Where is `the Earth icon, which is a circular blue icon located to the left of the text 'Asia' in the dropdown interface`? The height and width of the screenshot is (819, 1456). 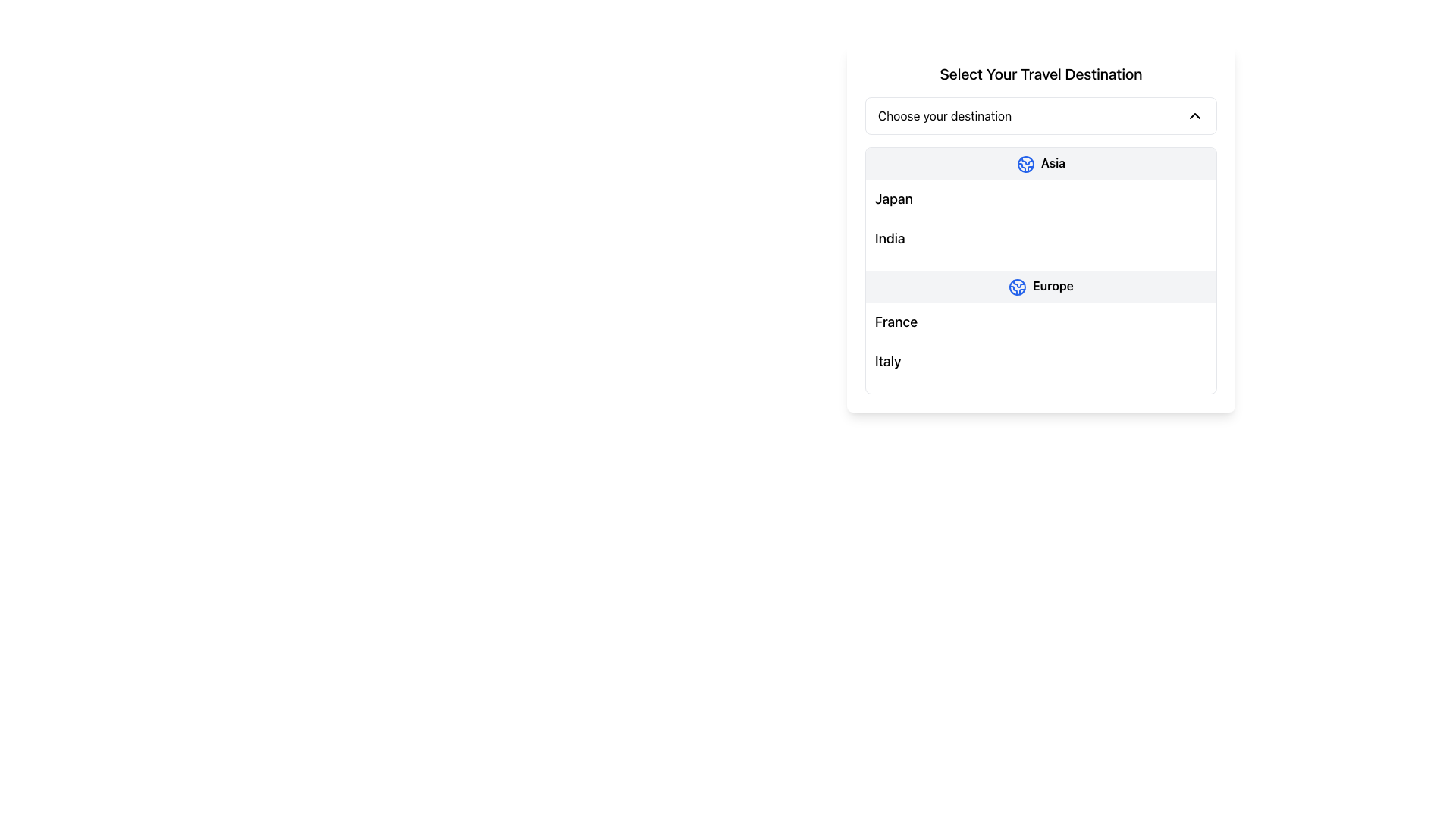 the Earth icon, which is a circular blue icon located to the left of the text 'Asia' in the dropdown interface is located at coordinates (1025, 164).